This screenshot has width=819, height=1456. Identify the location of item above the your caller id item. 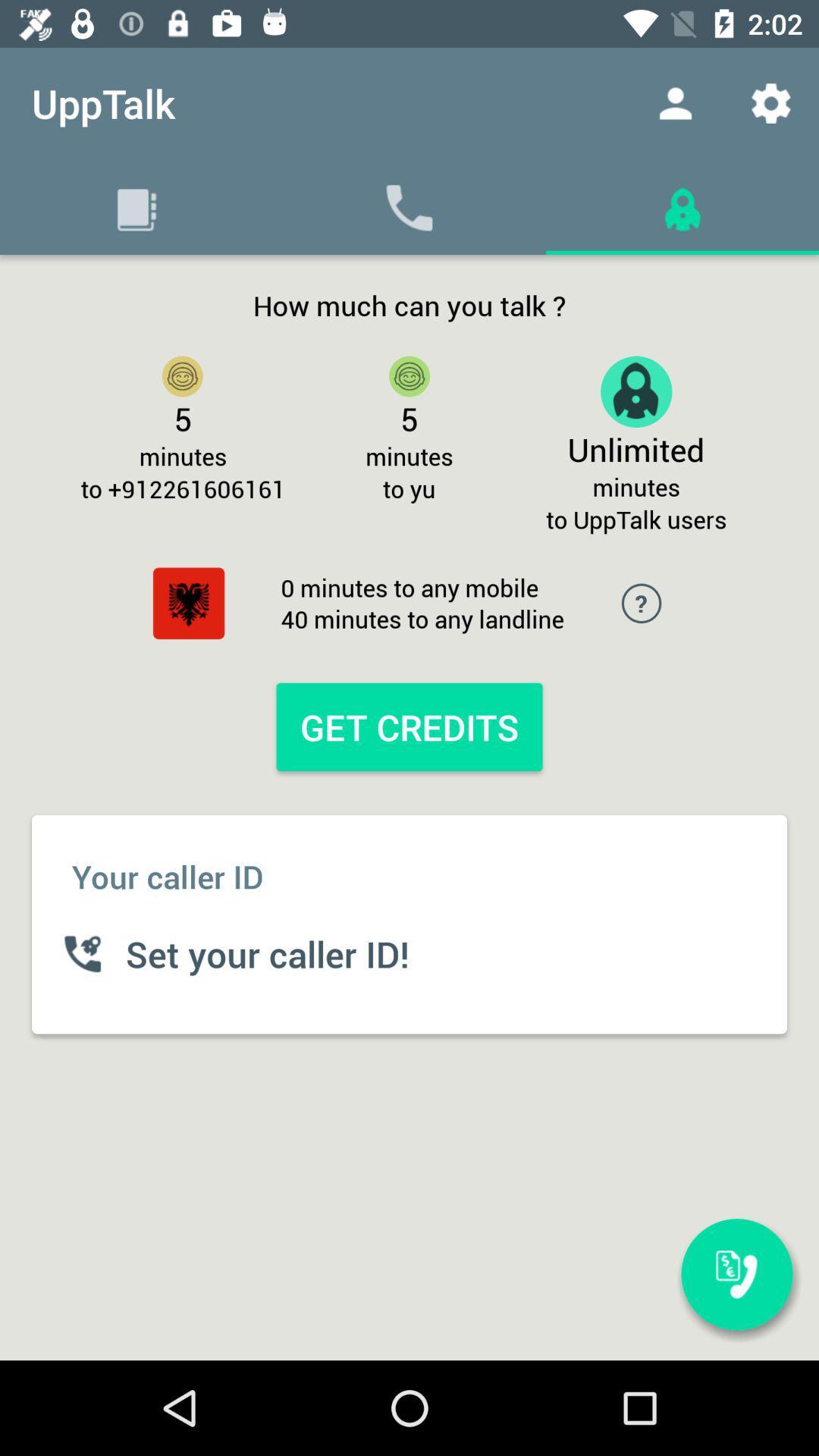
(409, 726).